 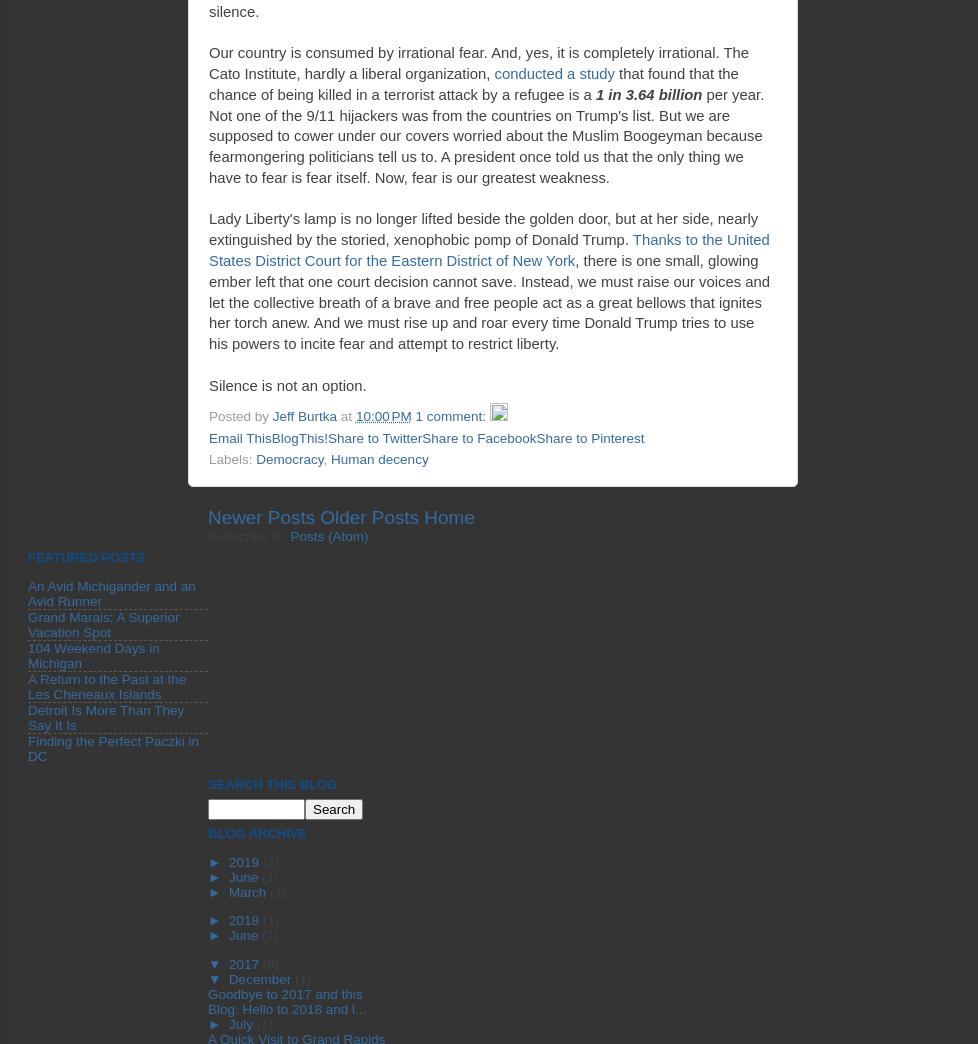 What do you see at coordinates (590, 436) in the screenshot?
I see `'Share to Pinterest'` at bounding box center [590, 436].